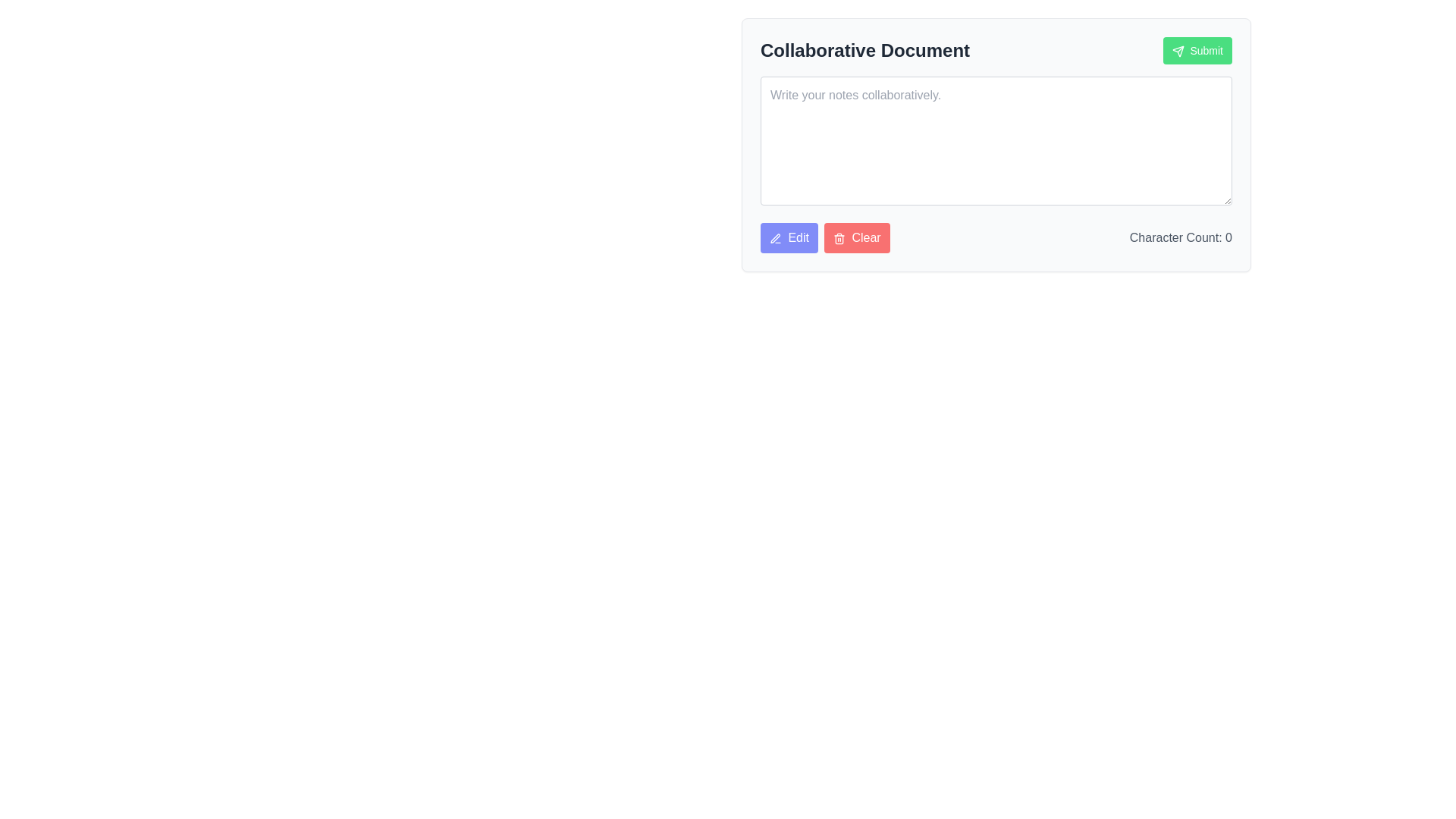 This screenshot has height=819, width=1456. Describe the element at coordinates (996, 237) in the screenshot. I see `the multi-functional UI component containing the 'Edit' and 'Clear' buttons` at that location.